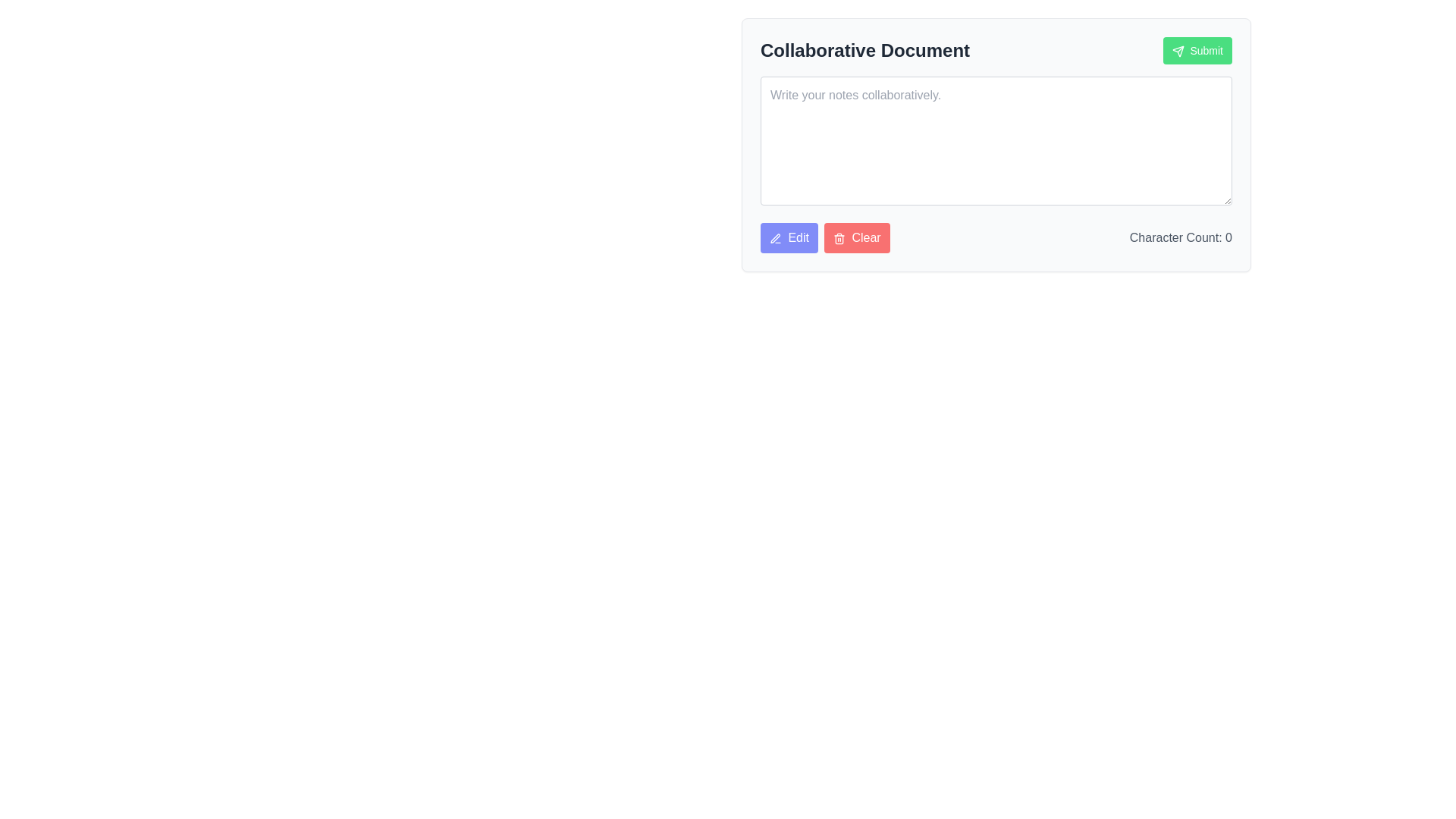 This screenshot has height=819, width=1456. Describe the element at coordinates (996, 237) in the screenshot. I see `the multi-functional UI component containing the 'Edit' and 'Clear' buttons` at that location.